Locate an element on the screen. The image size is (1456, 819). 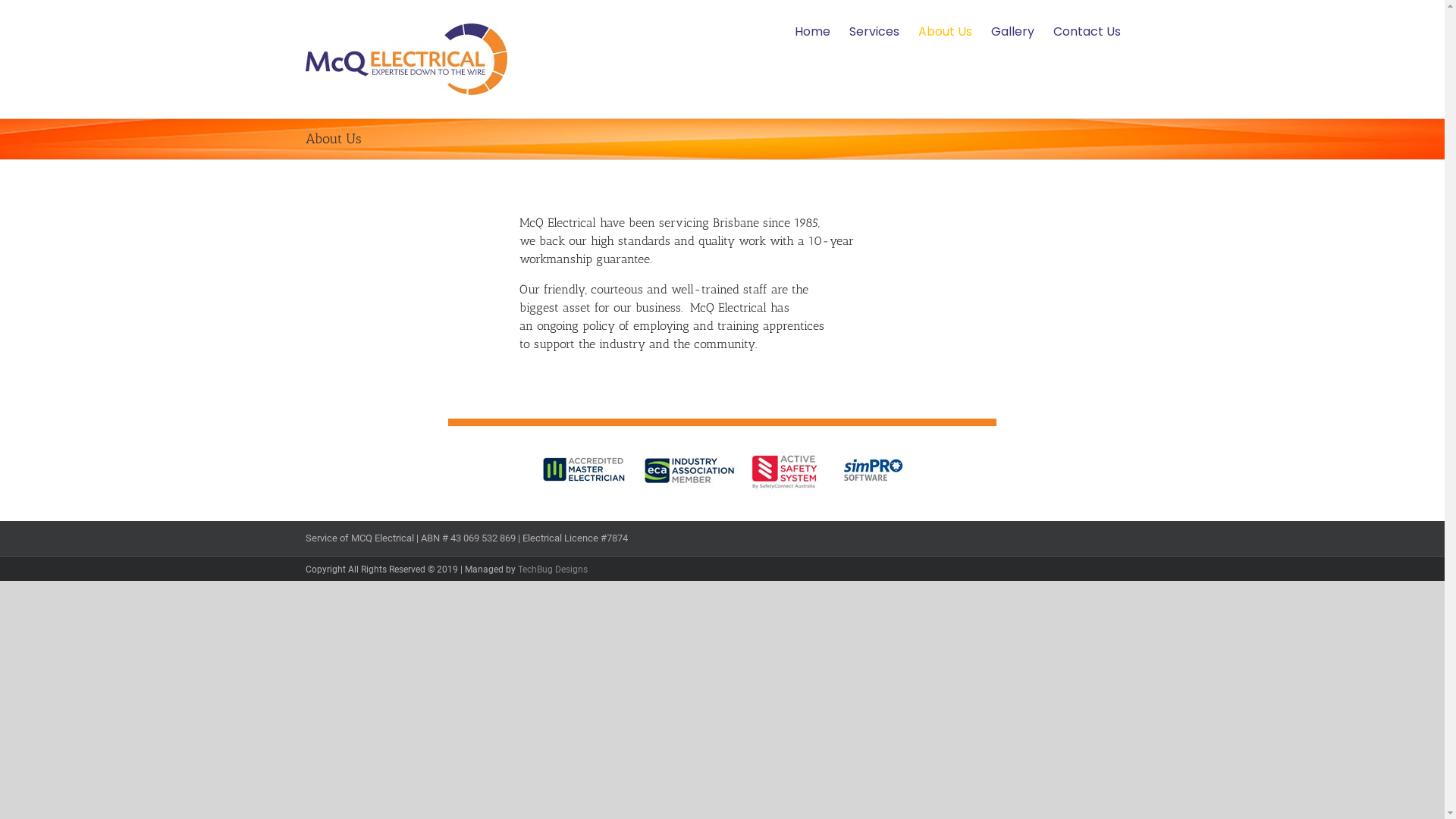
'Services' is located at coordinates (848, 32).